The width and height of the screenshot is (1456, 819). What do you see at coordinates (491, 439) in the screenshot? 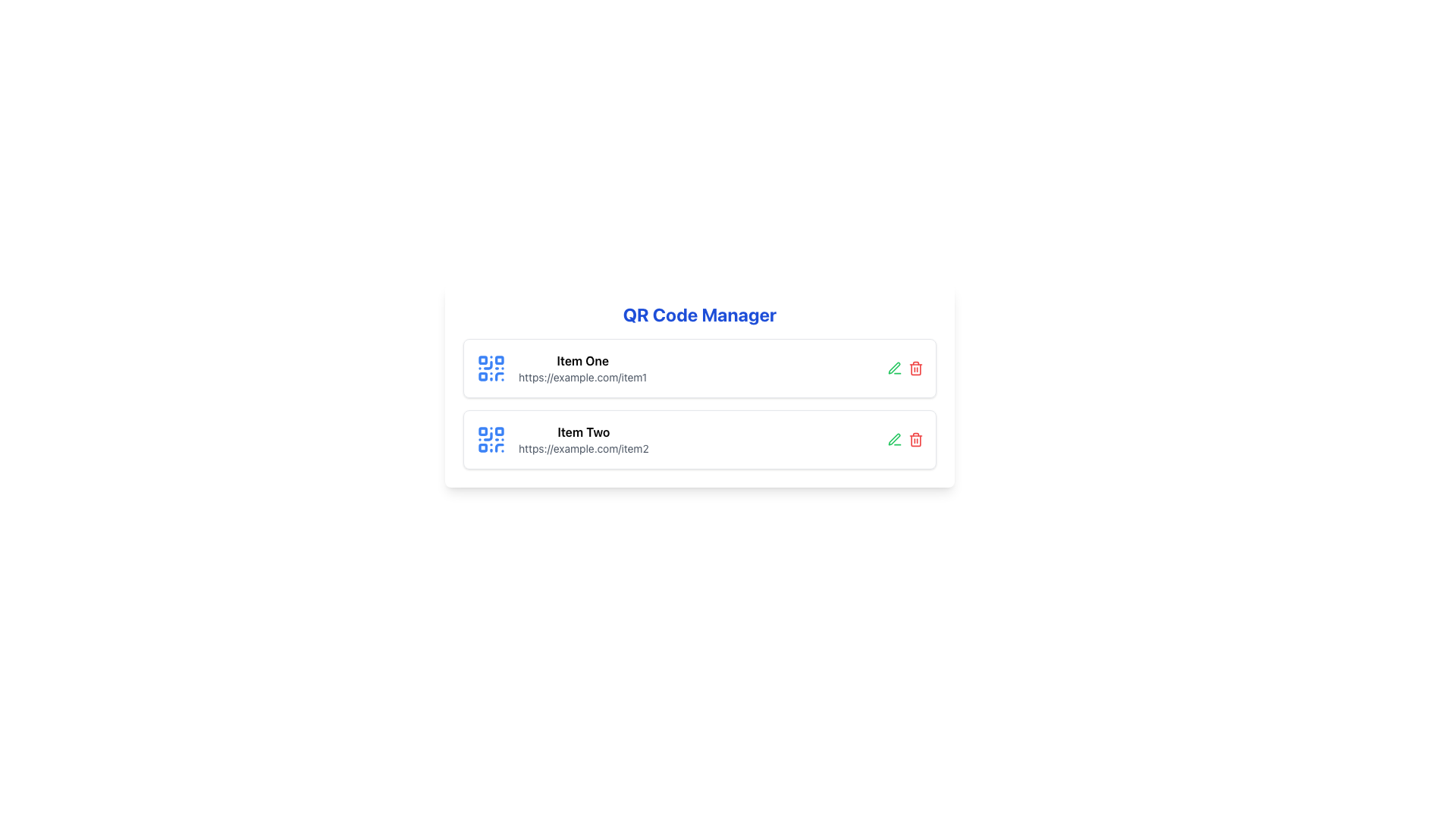
I see `the QR code functionality by clicking on the visual QR code icon for 'Item Two' located to the left of the associated label` at bounding box center [491, 439].